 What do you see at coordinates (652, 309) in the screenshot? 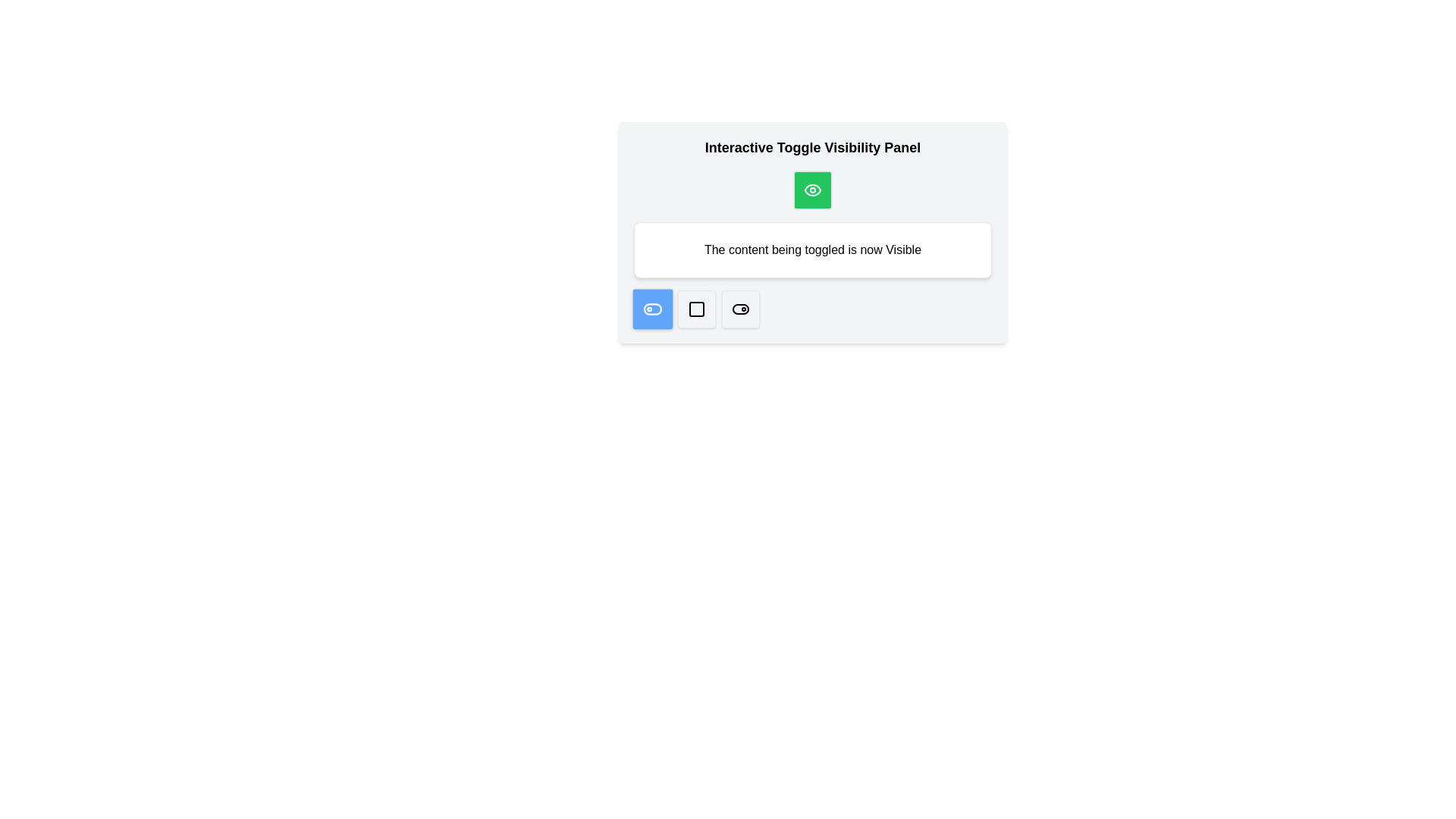
I see `the left-aligned toggle switch icon within the blue rectangular button located at the bottom-left of the panel` at bounding box center [652, 309].